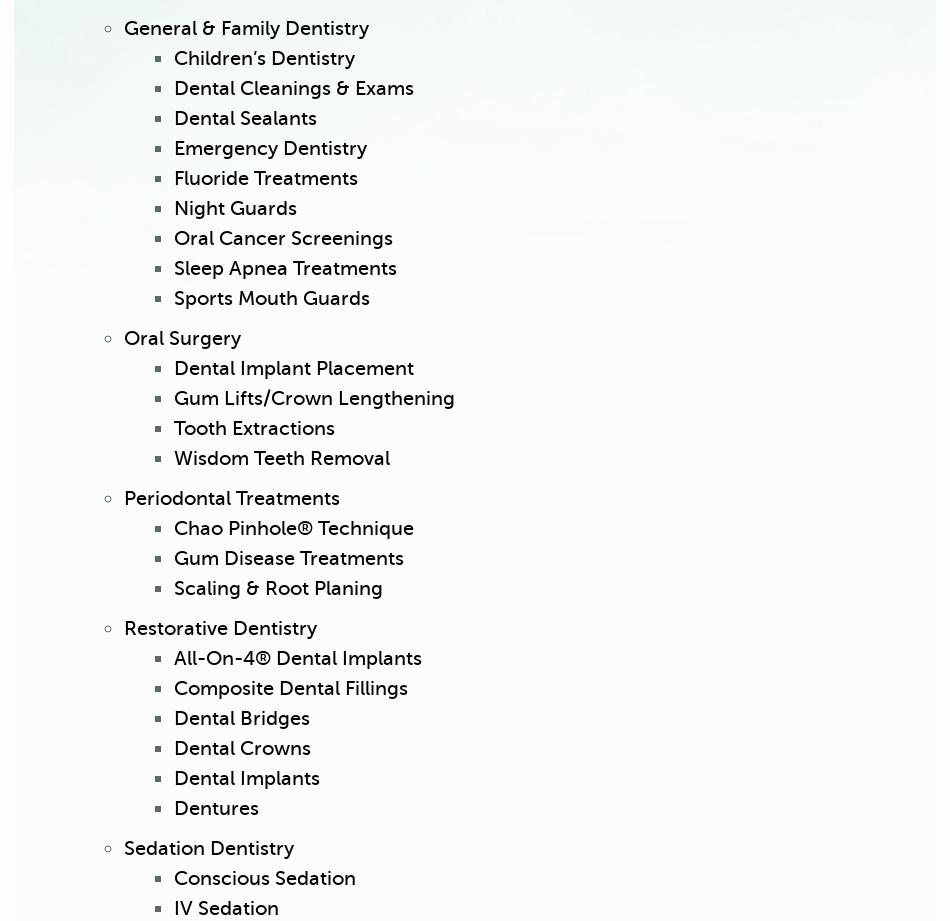  I want to click on 'Dental Implant Placement', so click(293, 368).